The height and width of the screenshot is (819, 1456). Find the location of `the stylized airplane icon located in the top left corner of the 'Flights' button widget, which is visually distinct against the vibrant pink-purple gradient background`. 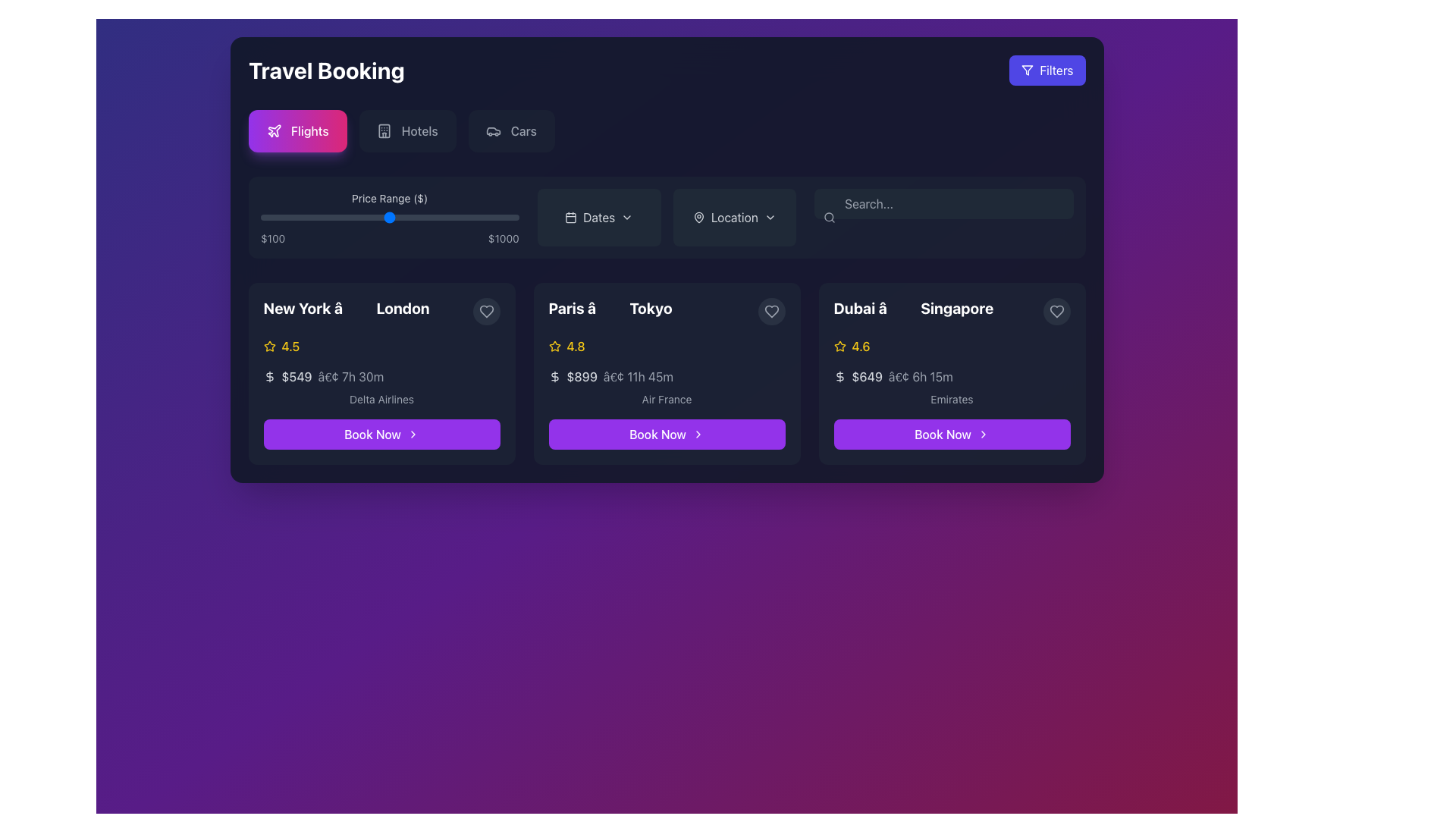

the stylized airplane icon located in the top left corner of the 'Flights' button widget, which is visually distinct against the vibrant pink-purple gradient background is located at coordinates (274, 130).